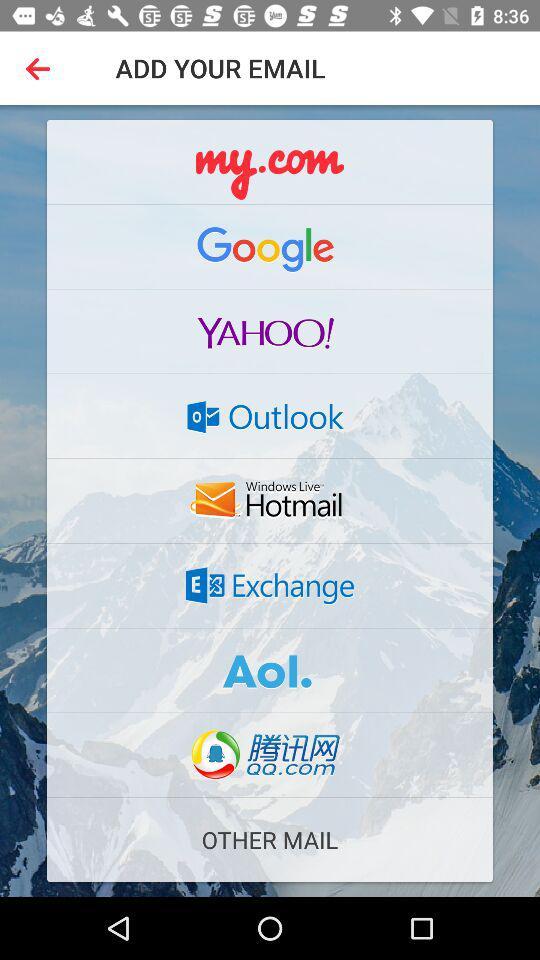  Describe the element at coordinates (270, 500) in the screenshot. I see `hotmail option` at that location.